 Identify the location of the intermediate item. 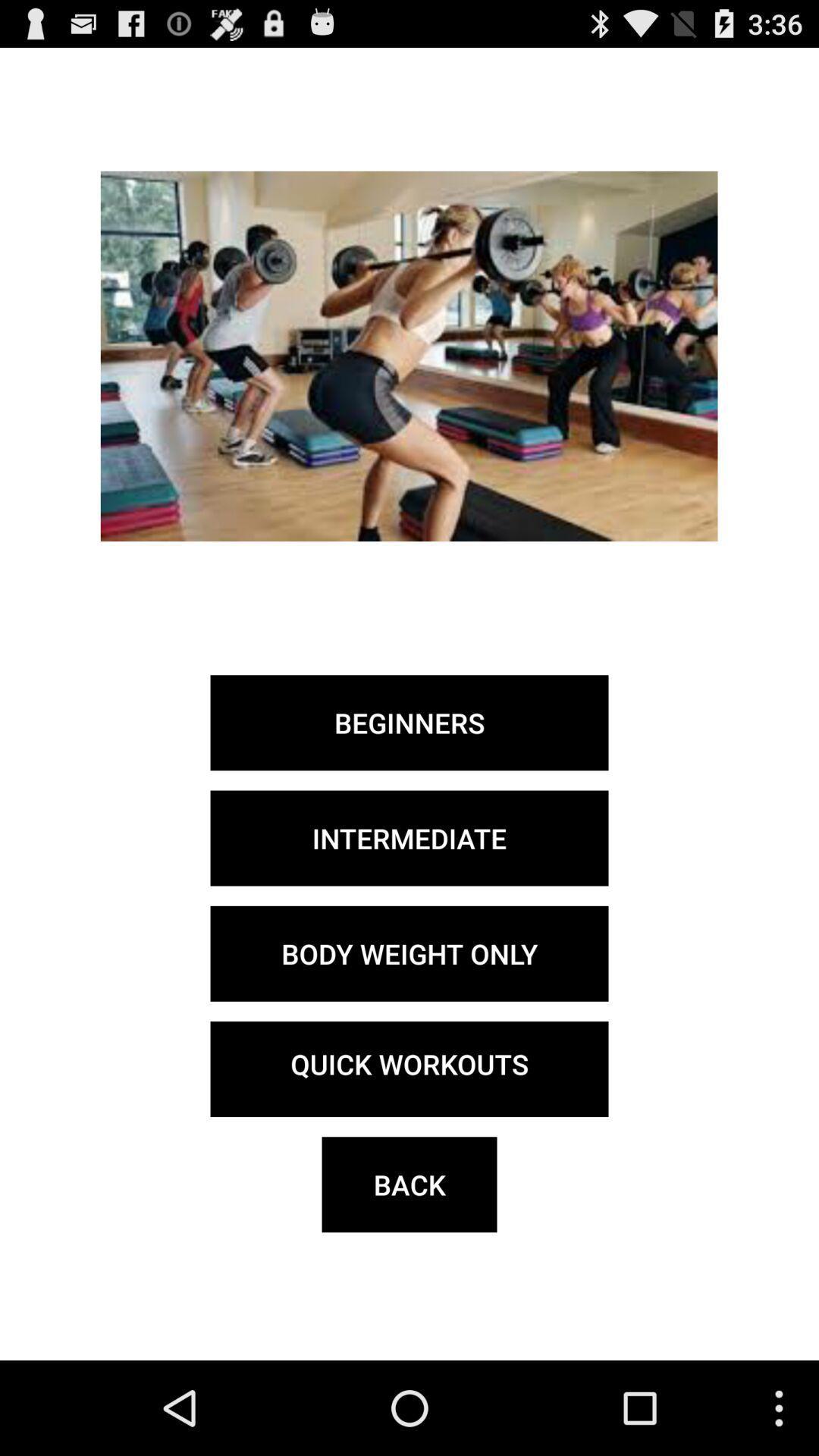
(409, 837).